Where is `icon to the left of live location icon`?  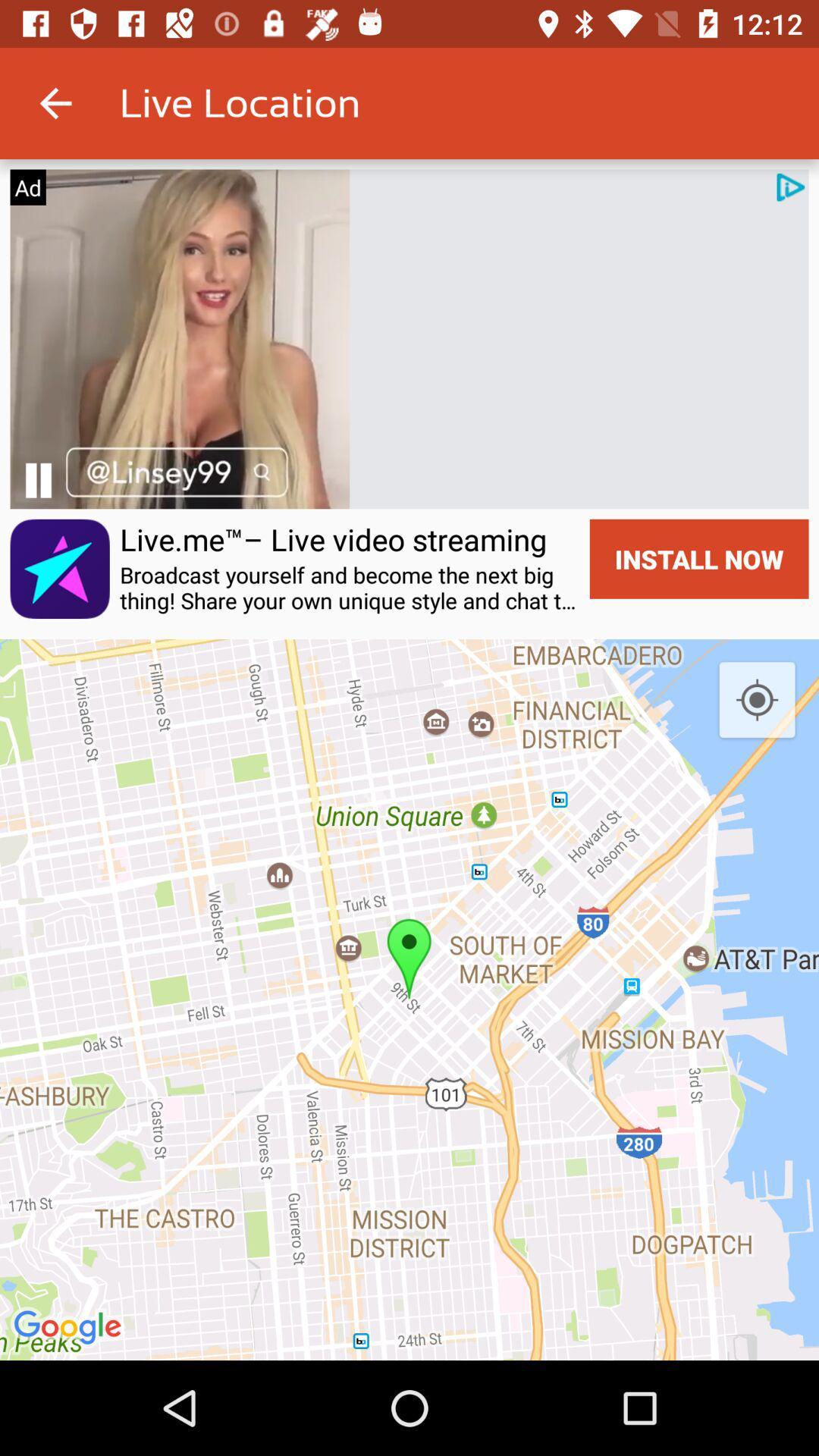 icon to the left of live location icon is located at coordinates (55, 102).